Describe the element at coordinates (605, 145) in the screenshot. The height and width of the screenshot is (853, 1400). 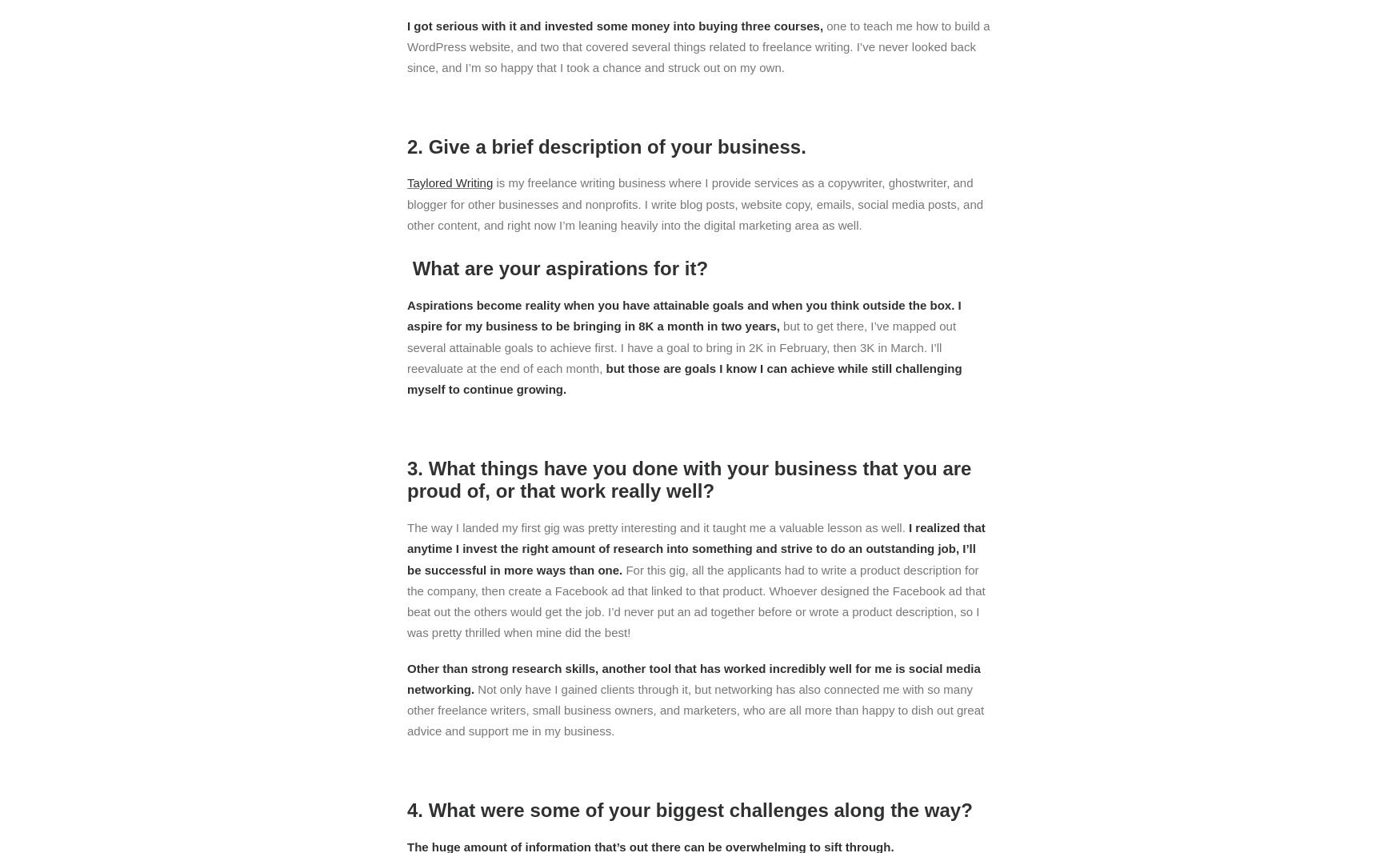
I see `'2. Give a brief description of your business.'` at that location.